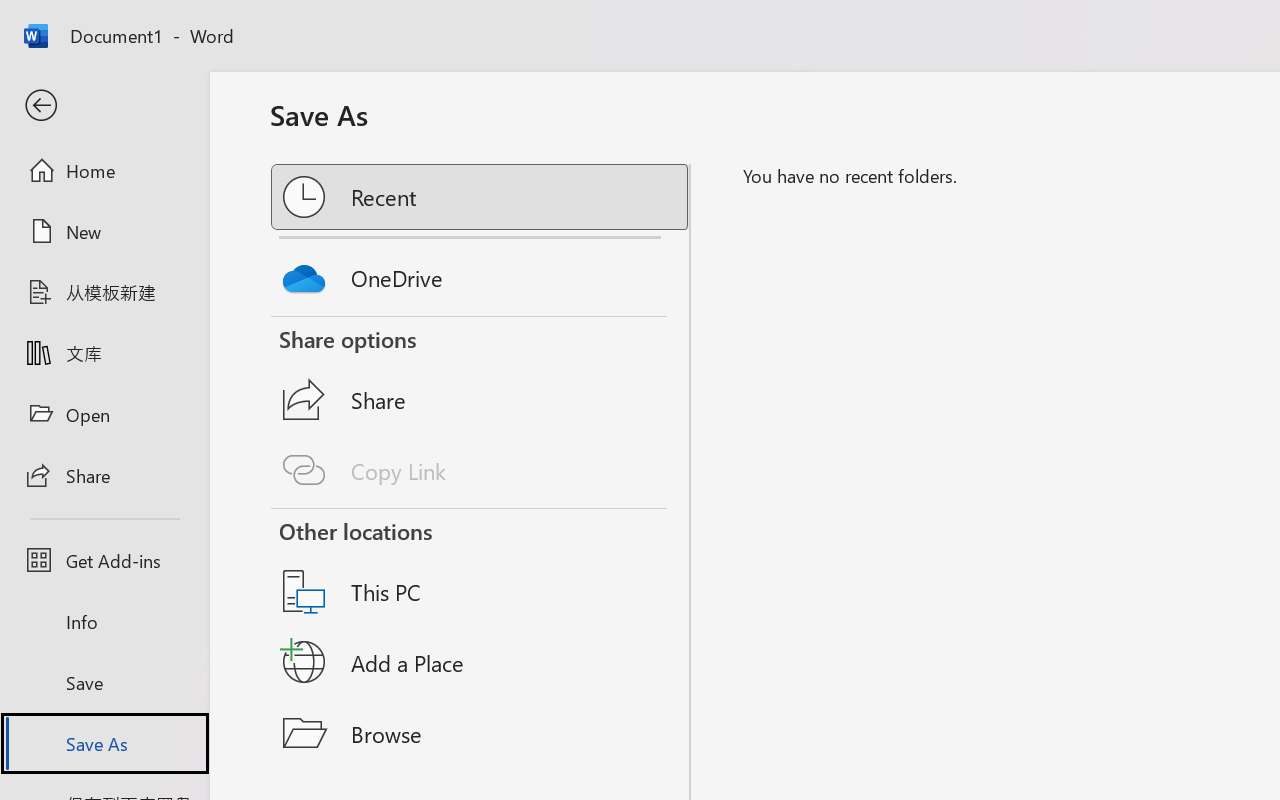 This screenshot has height=800, width=1280. Describe the element at coordinates (481, 470) in the screenshot. I see `'Copy Link'` at that location.